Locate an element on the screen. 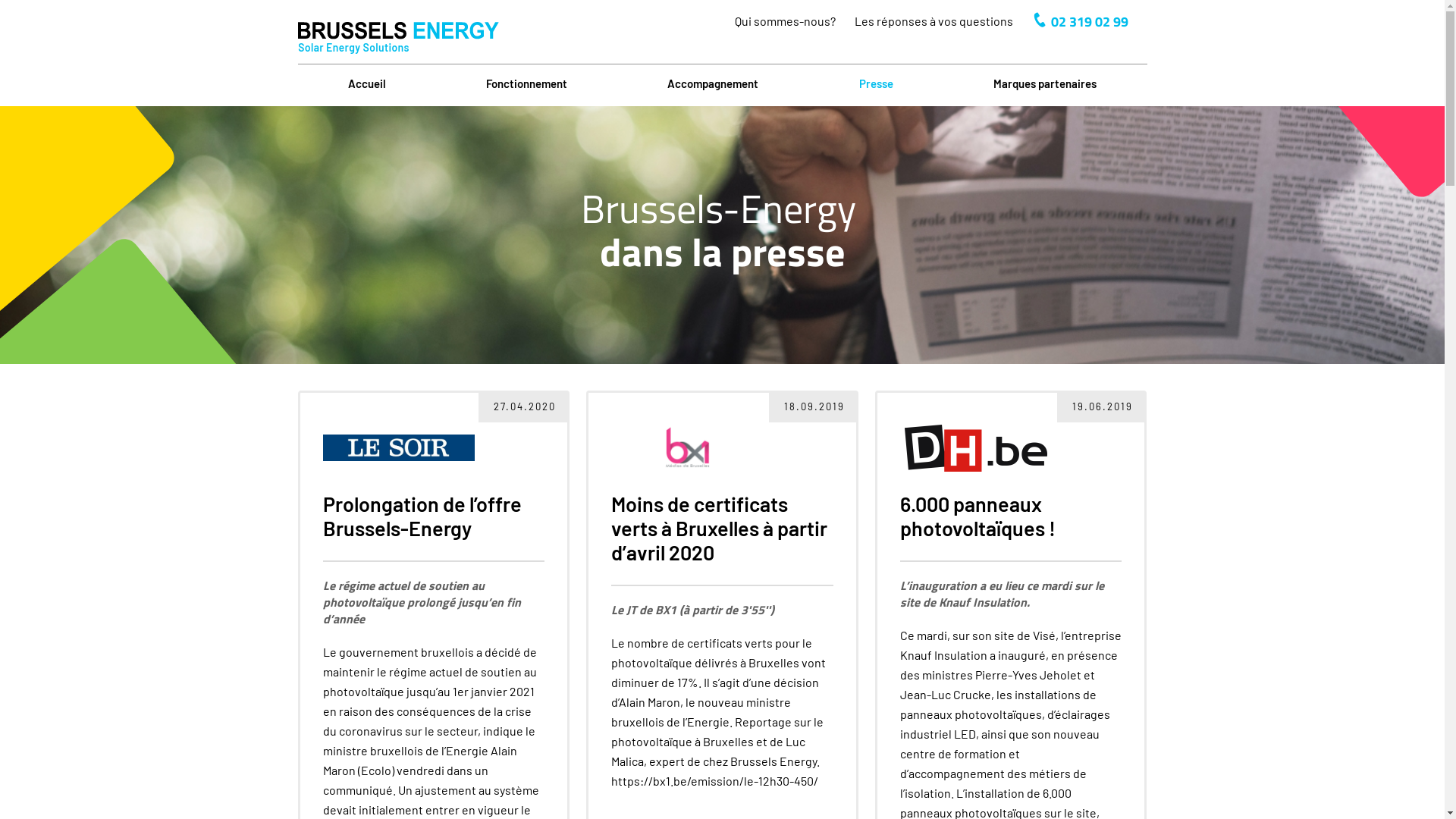 Image resolution: width=1456 pixels, height=819 pixels. 'Accompagnement' is located at coordinates (712, 83).